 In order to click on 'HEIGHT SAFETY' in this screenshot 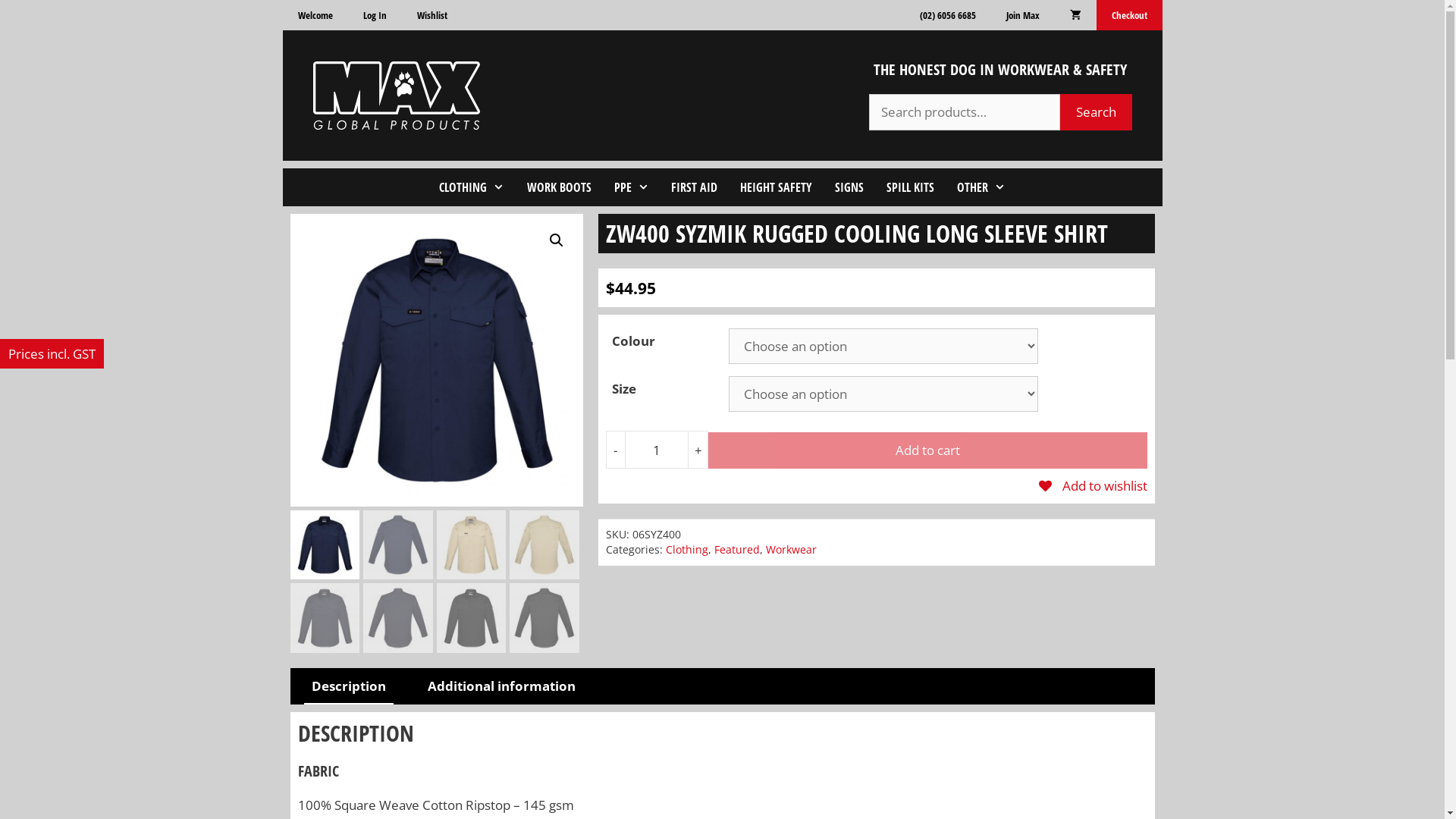, I will do `click(776, 186)`.